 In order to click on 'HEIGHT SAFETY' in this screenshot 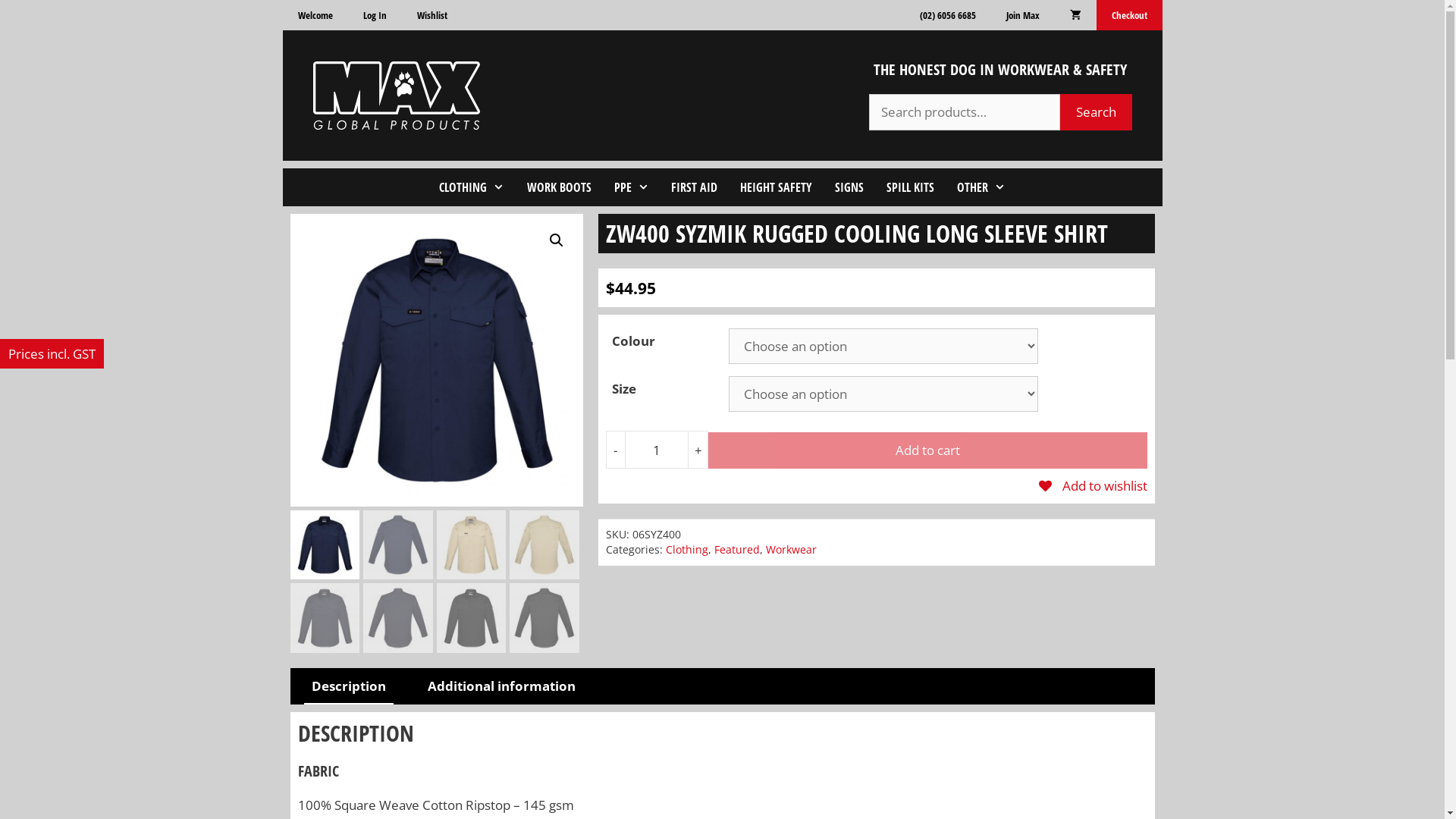, I will do `click(776, 186)`.